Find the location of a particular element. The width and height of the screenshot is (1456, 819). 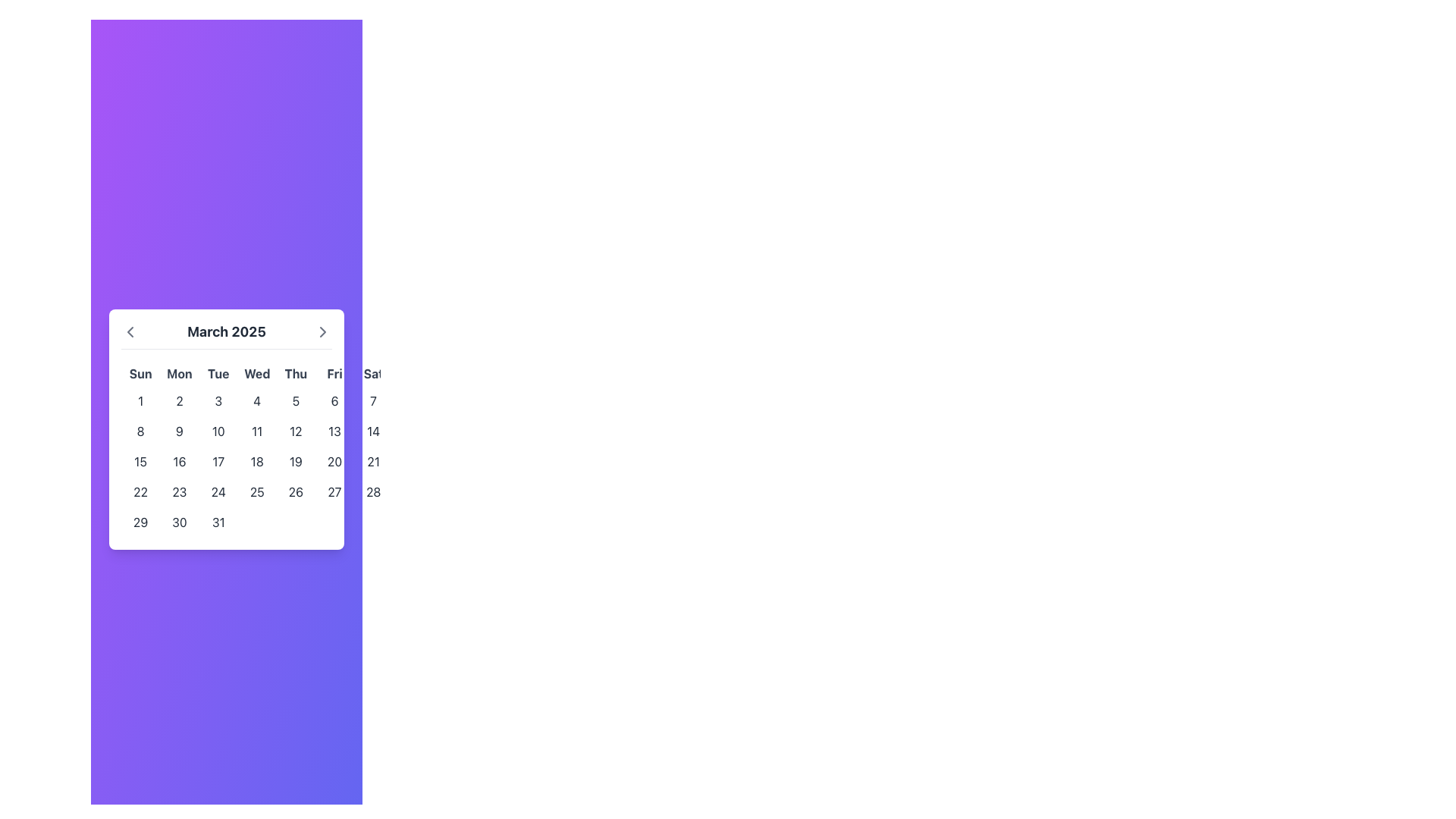

the calendar date cell displaying the text '29' is located at coordinates (140, 521).